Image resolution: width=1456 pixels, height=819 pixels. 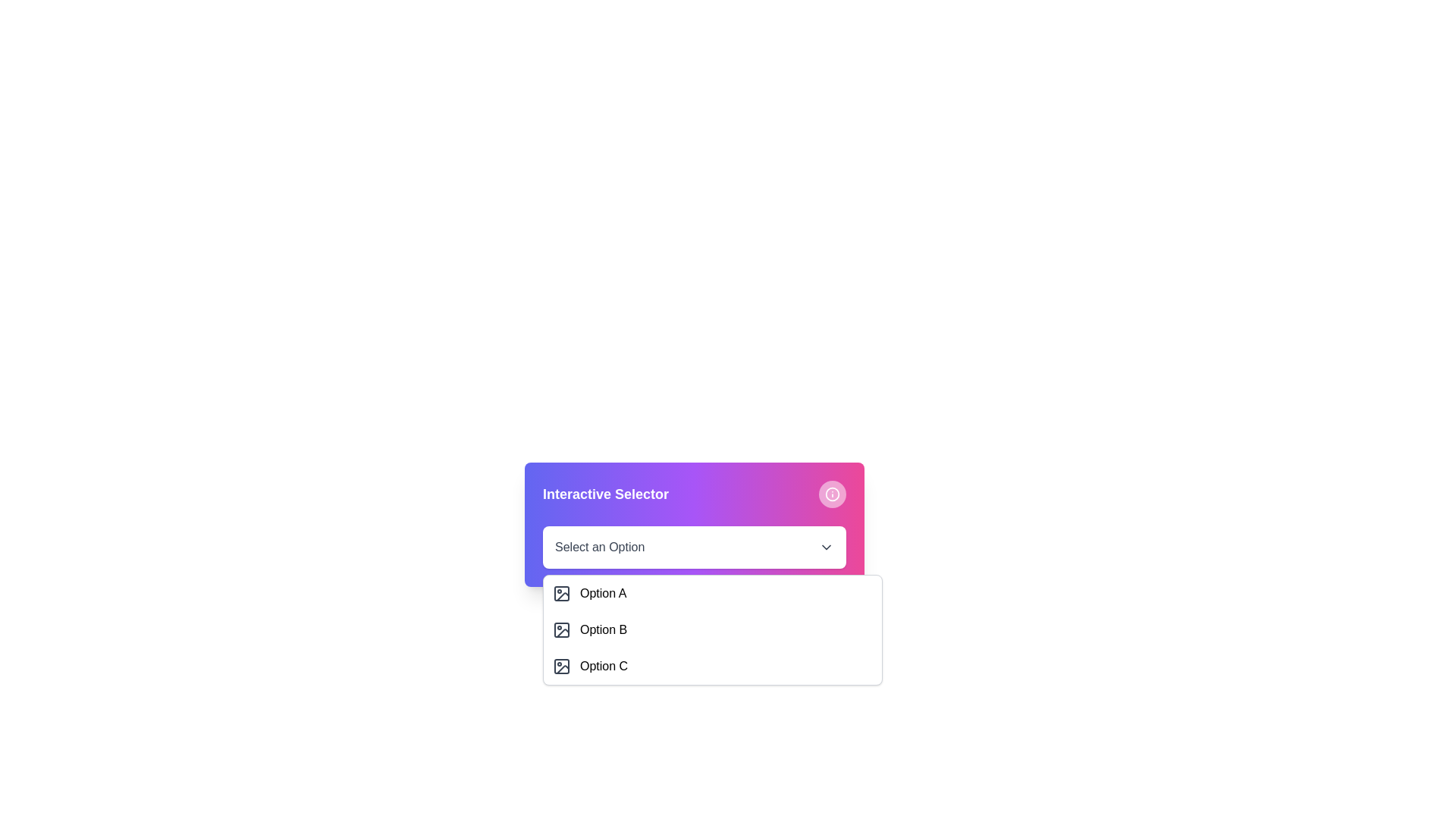 I want to click on the square icon with a minimalistic design located near the left edge of the 'Option B' list item in the dropdown menu, so click(x=560, y=629).